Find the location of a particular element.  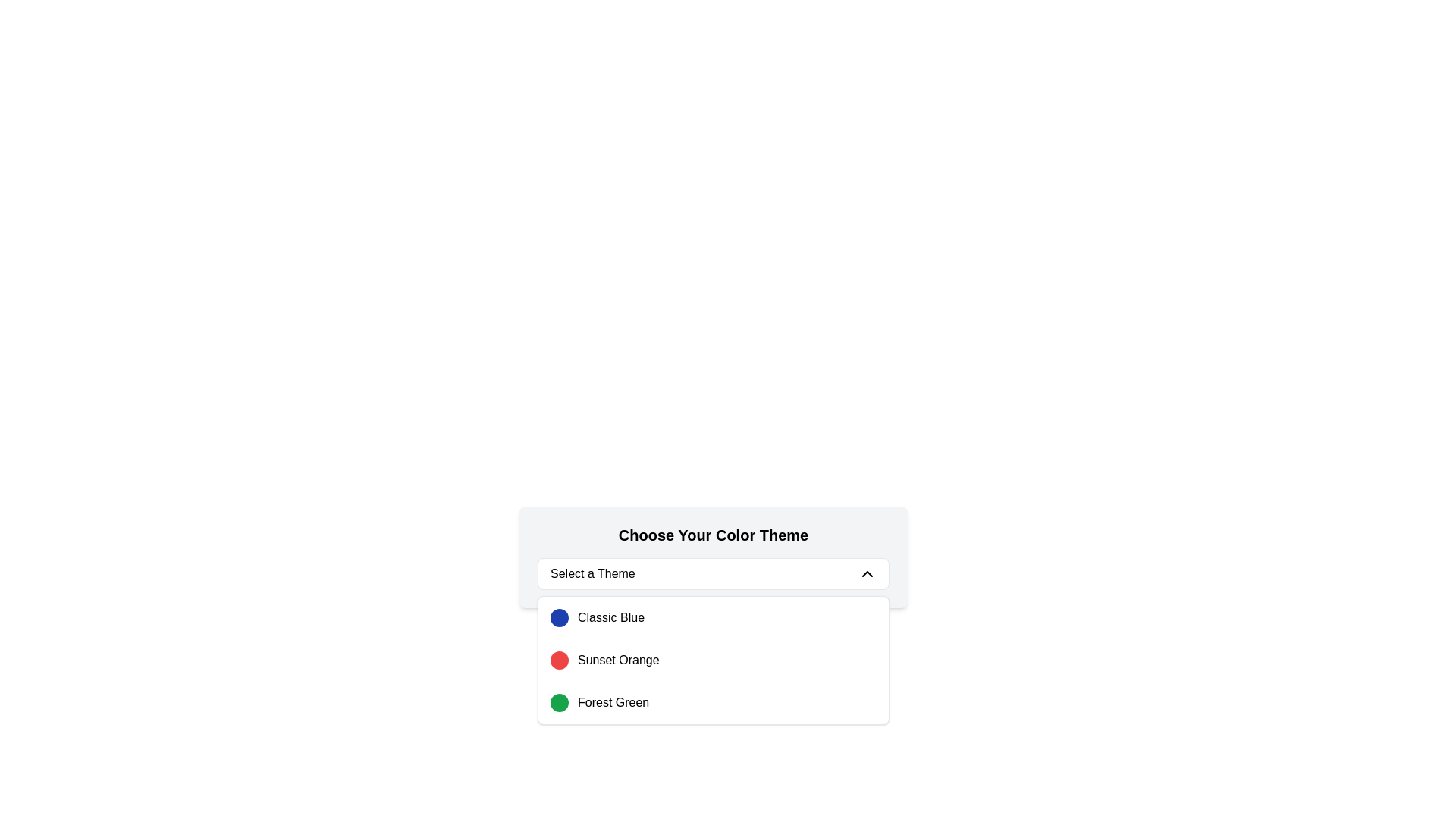

the selectable list item 'Forest Green' in the dropdown titled 'Choose Your Color Theme' is located at coordinates (599, 702).